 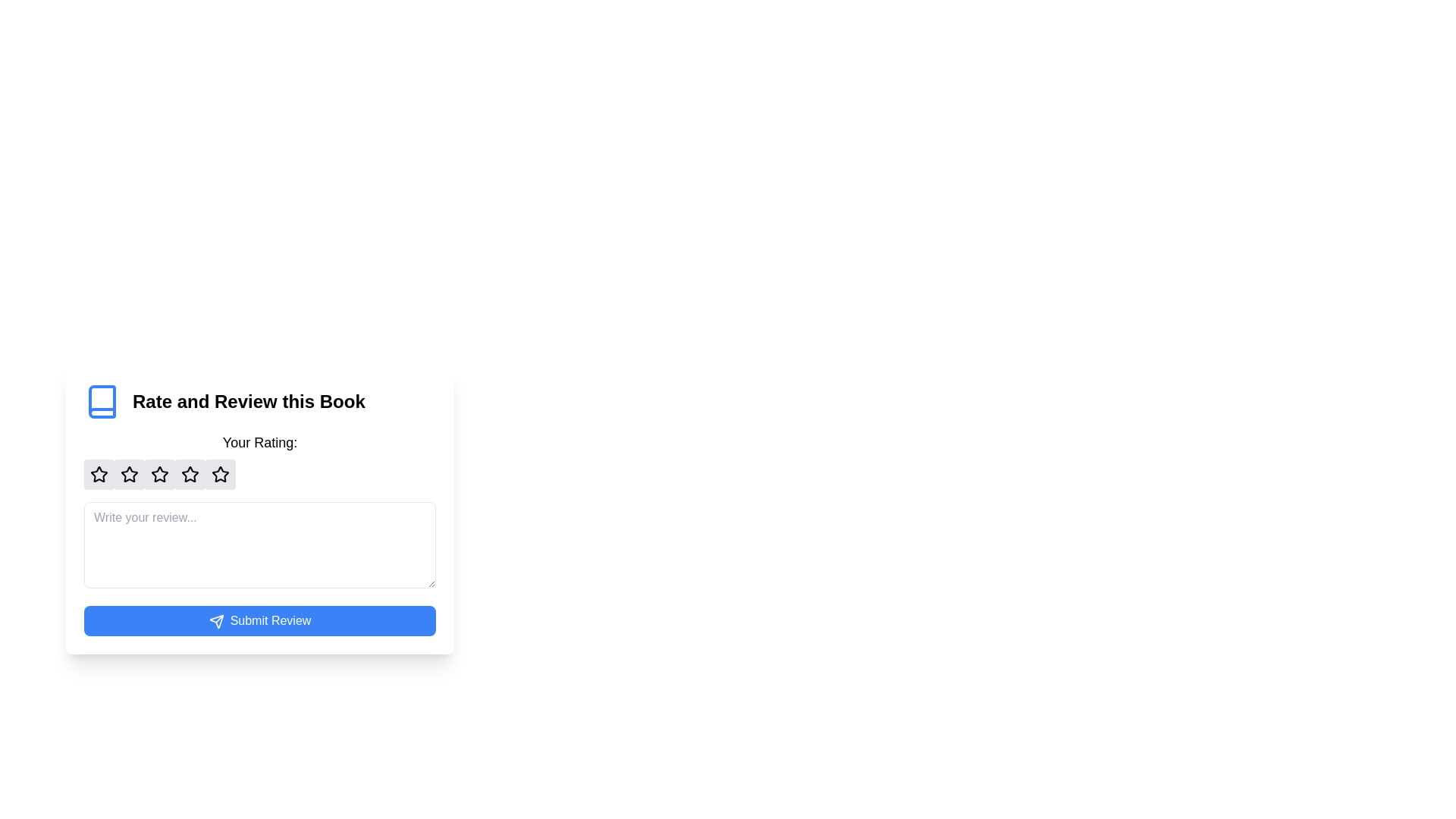 I want to click on the star icon within the fifth rounded square button in a row of six identical star buttons, so click(x=189, y=473).